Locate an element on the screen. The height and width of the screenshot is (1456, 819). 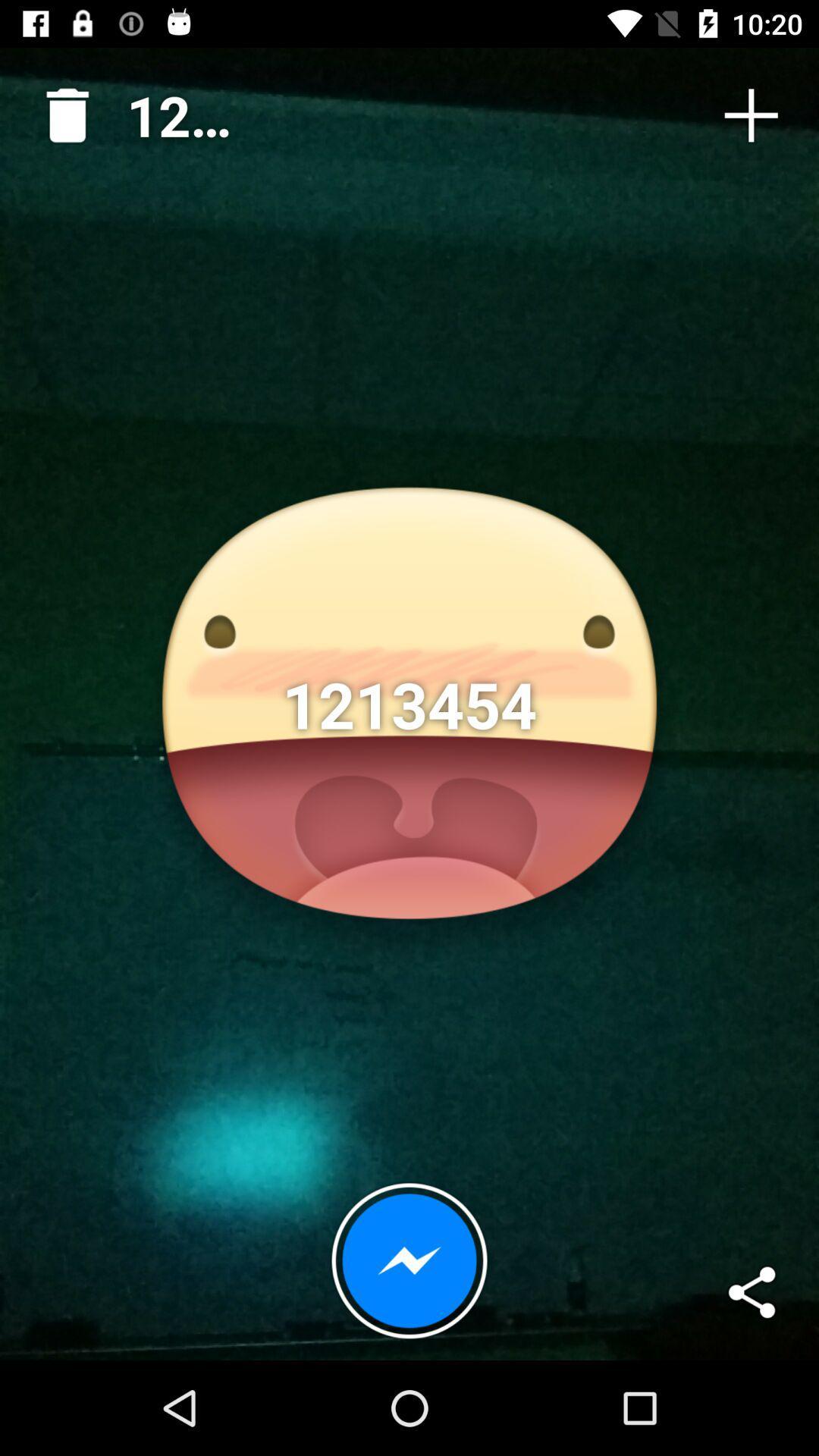
icon at the top right corner is located at coordinates (751, 115).